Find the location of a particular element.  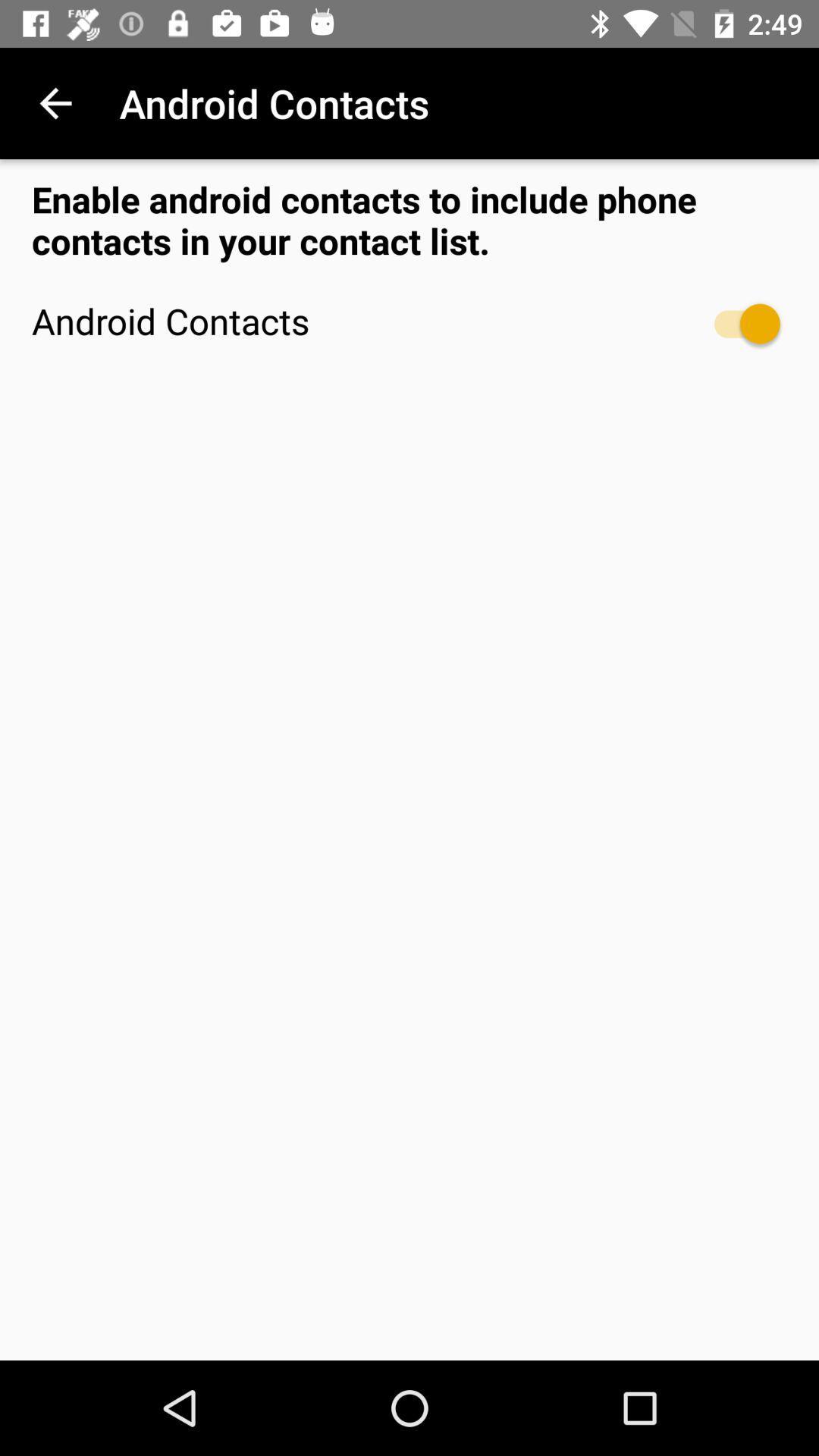

the icon next to the android contacts item is located at coordinates (739, 323).